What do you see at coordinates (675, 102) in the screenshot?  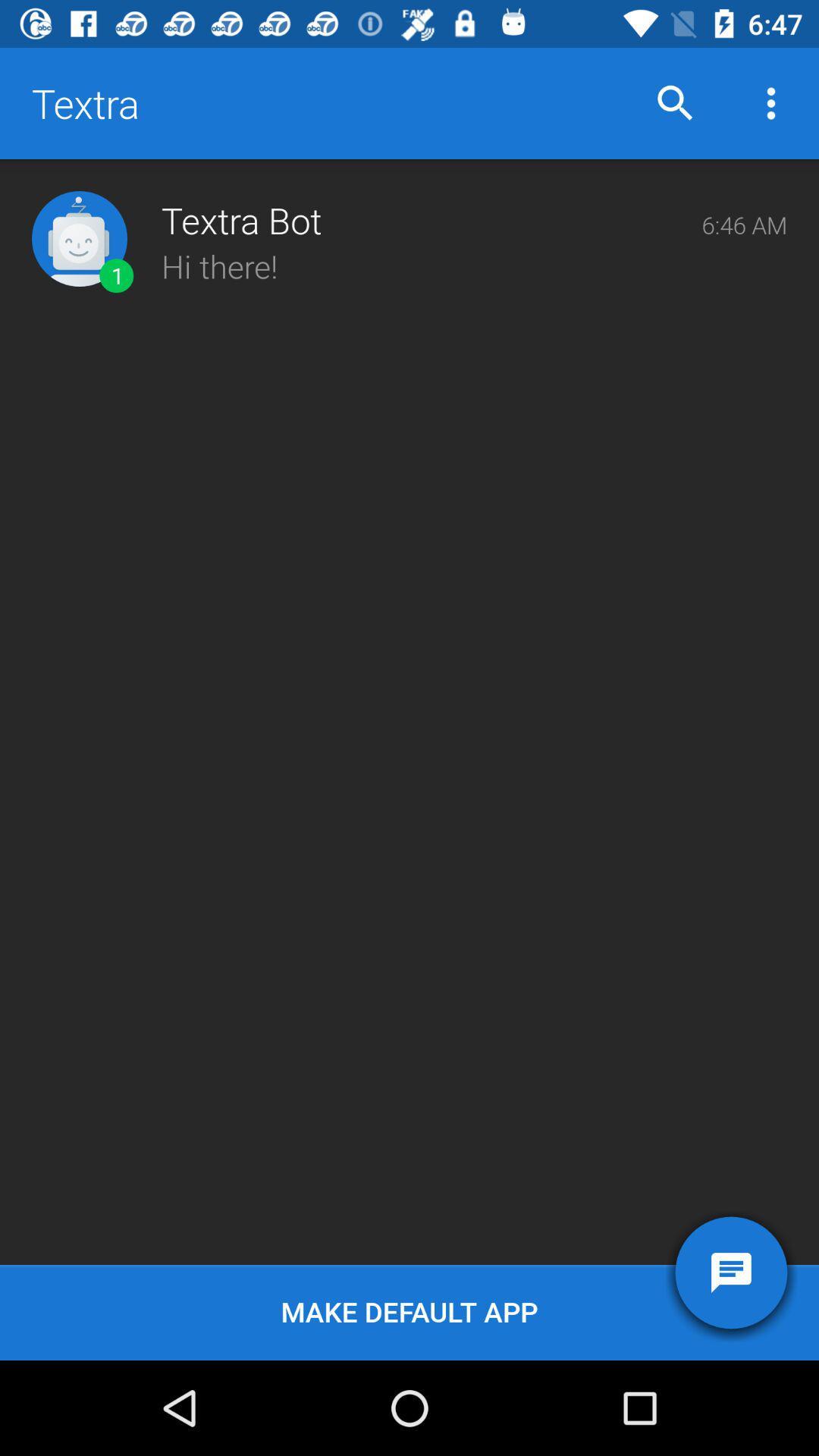 I see `icon above textra bot icon` at bounding box center [675, 102].